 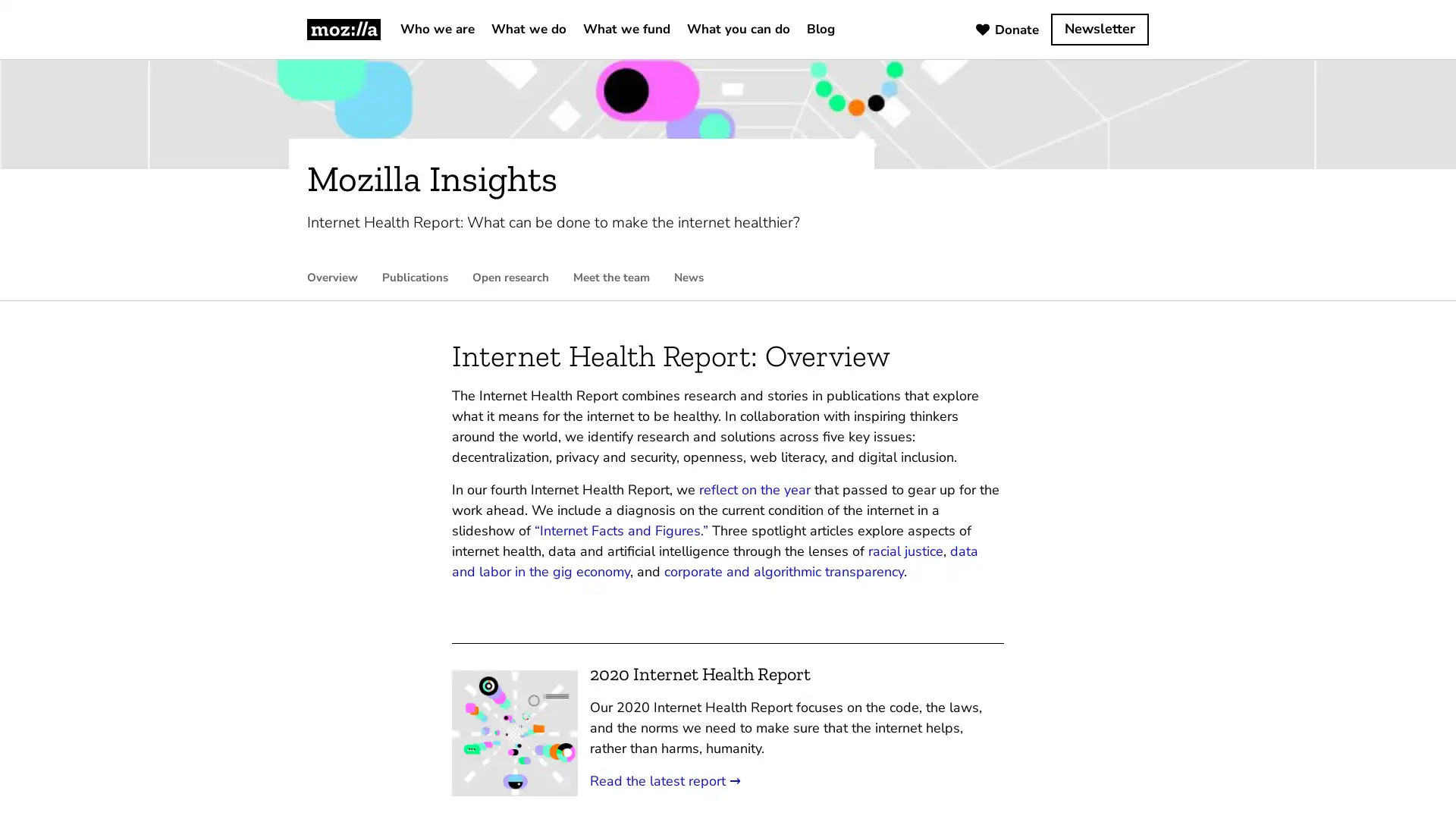 What do you see at coordinates (1100, 29) in the screenshot?
I see `Newsletter` at bounding box center [1100, 29].